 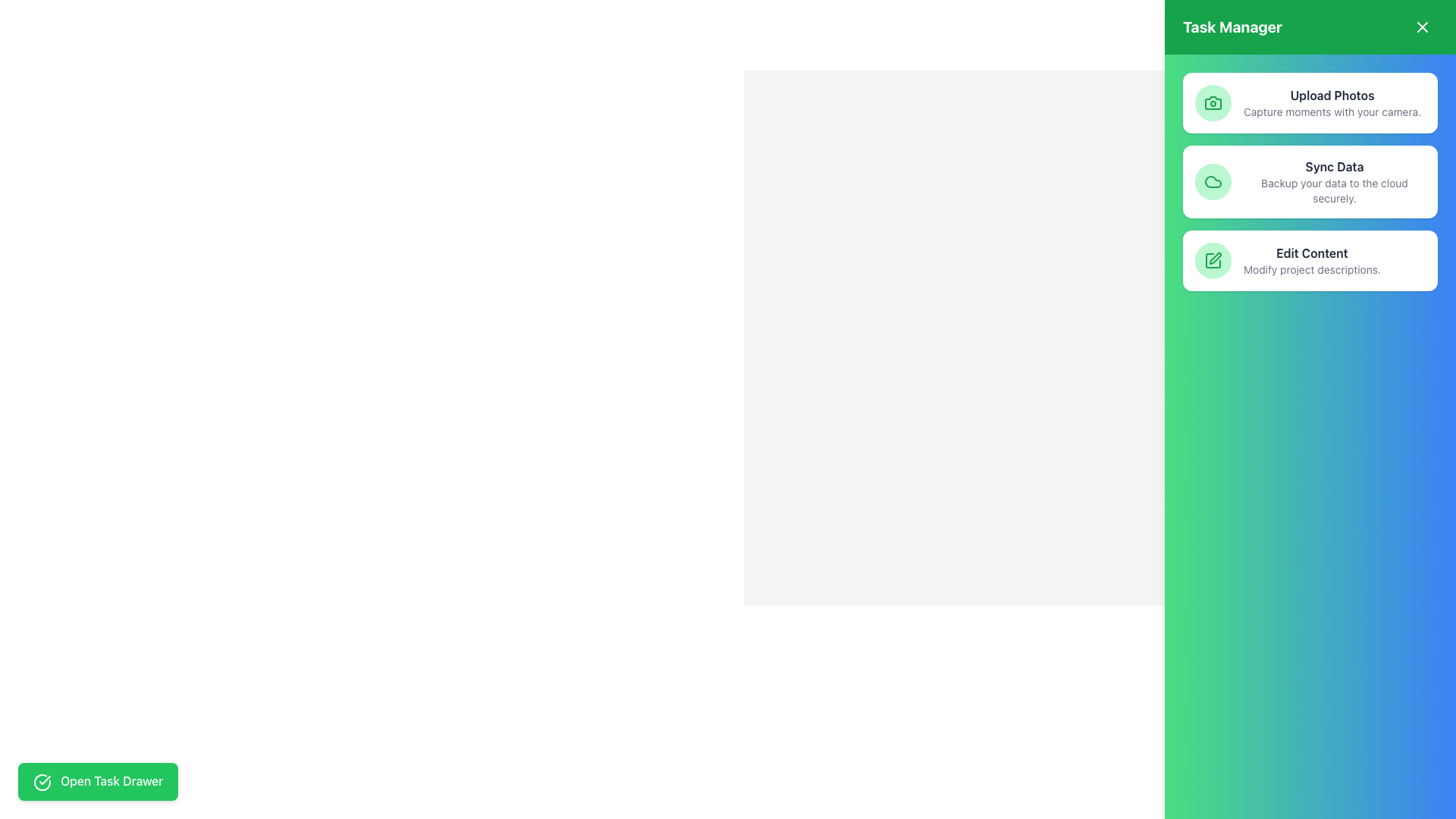 I want to click on the Text Label that serves as the title for the 'Upload Photos' card in the Task Manager panel, so click(x=1332, y=96).